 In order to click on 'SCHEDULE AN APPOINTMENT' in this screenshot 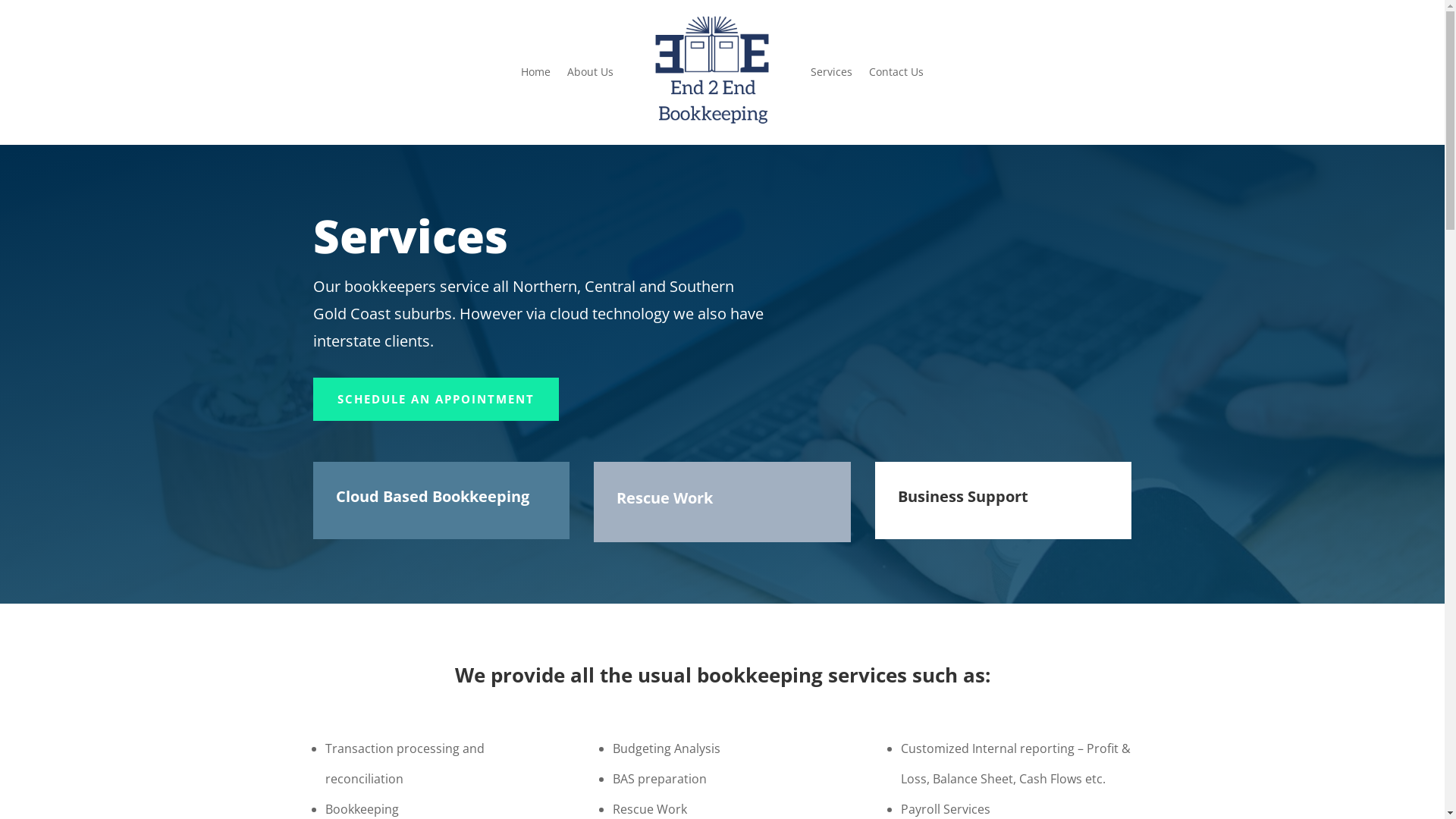, I will do `click(435, 399)`.